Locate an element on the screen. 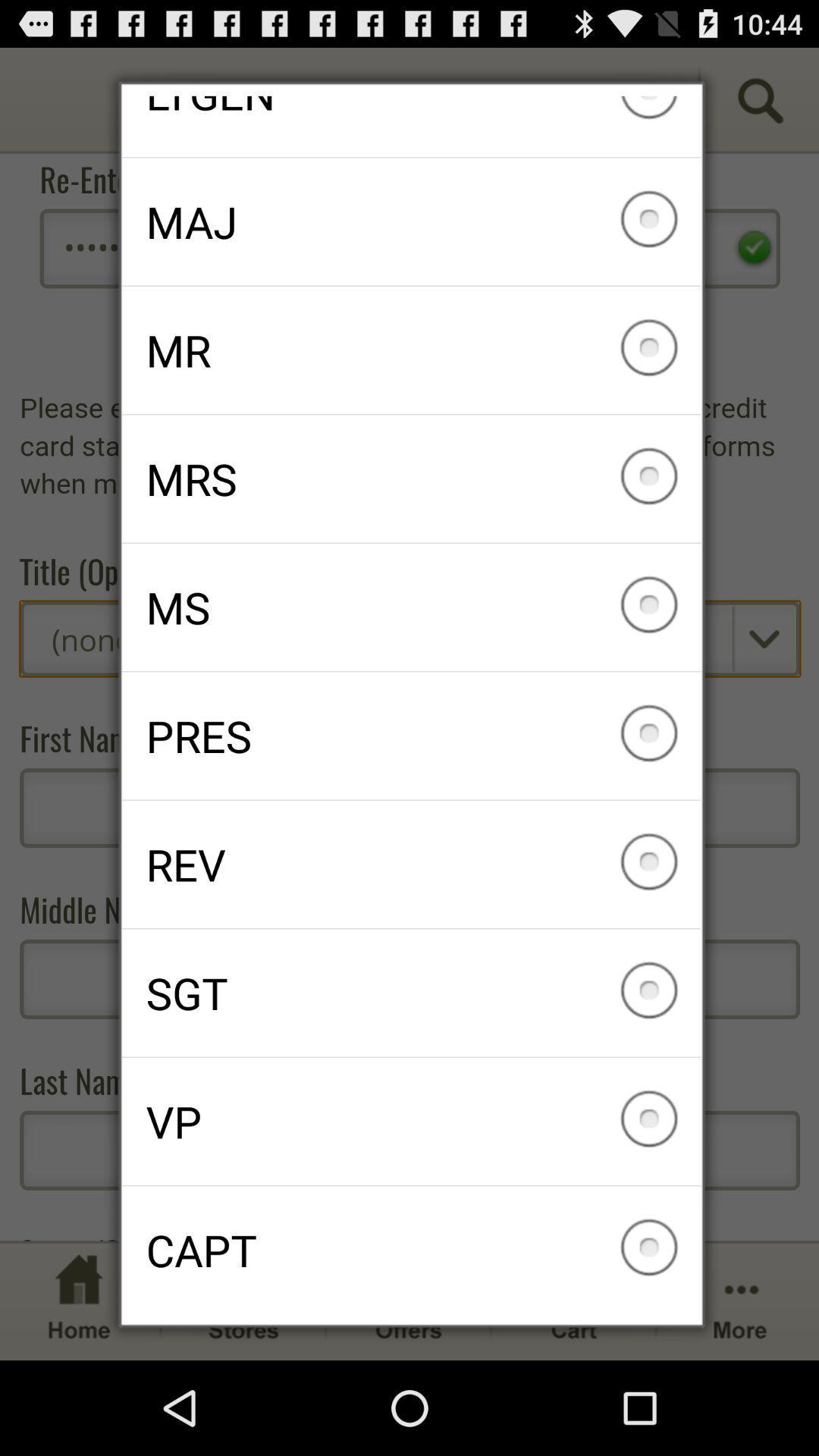  capt checkbox is located at coordinates (411, 1250).